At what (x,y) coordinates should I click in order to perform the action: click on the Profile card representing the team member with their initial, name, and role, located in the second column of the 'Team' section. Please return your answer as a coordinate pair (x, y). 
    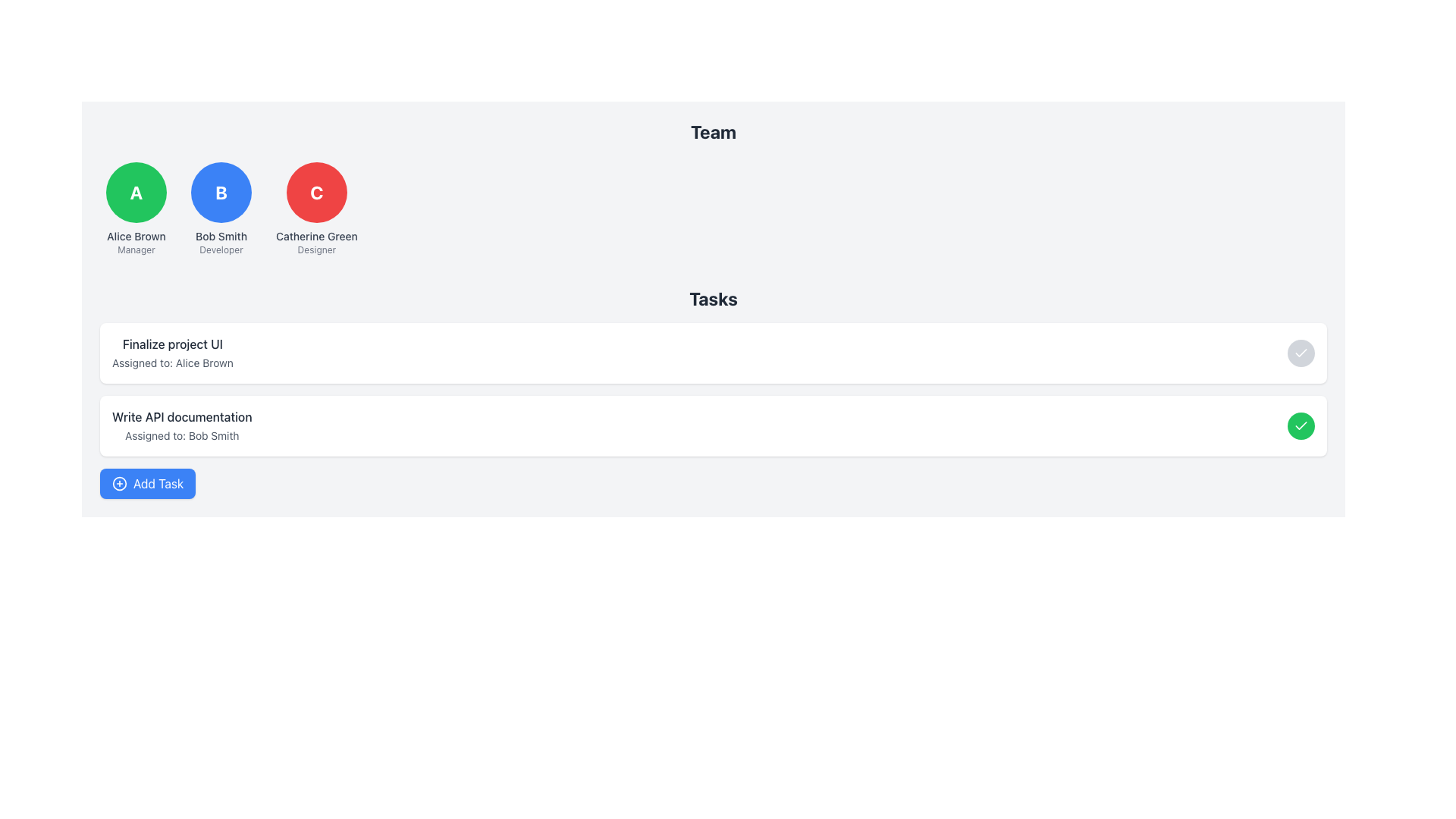
    Looking at the image, I should click on (221, 209).